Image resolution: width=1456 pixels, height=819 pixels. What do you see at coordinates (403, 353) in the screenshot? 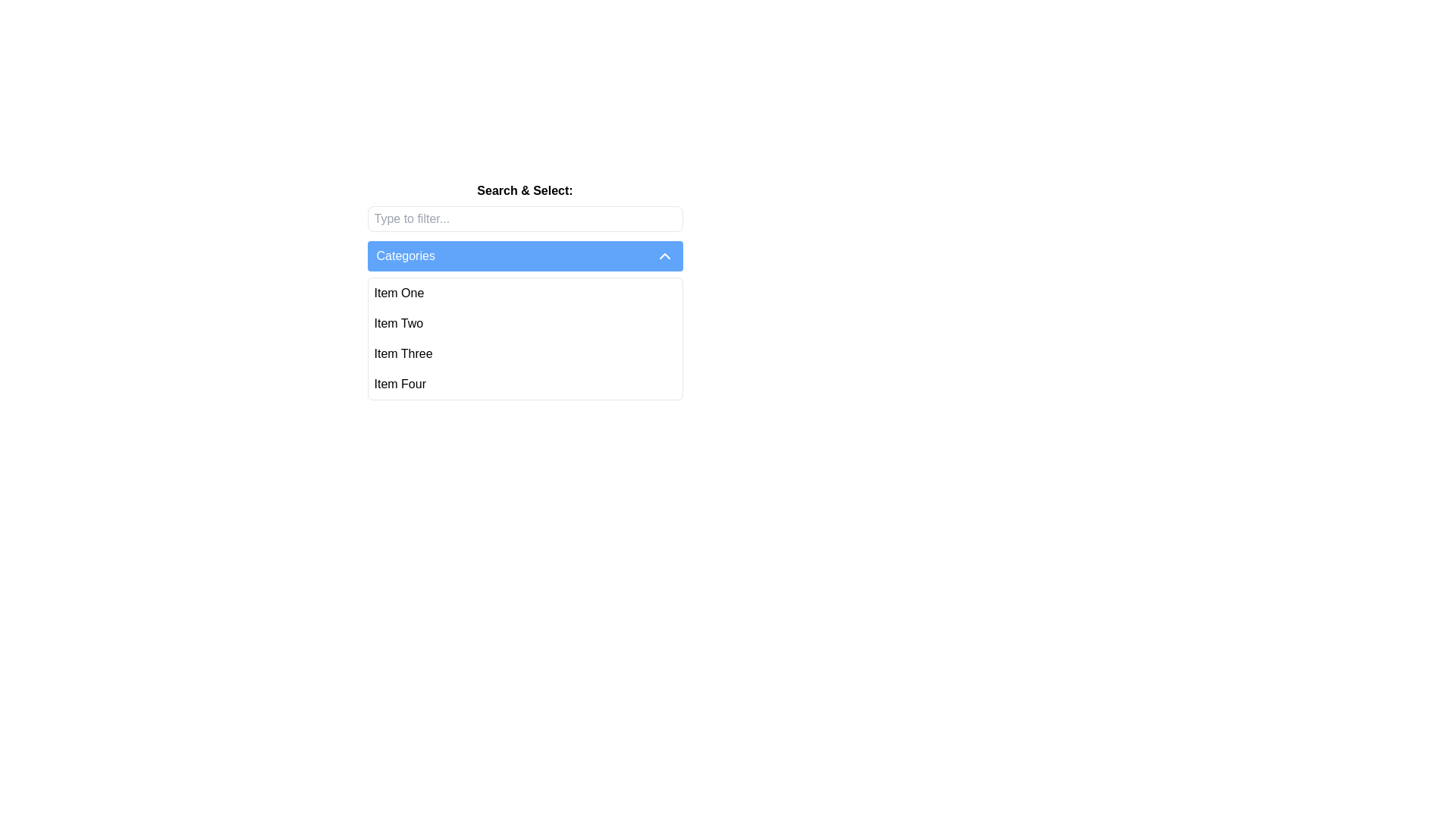
I see `the Text Label that identifies an item in the dropdown menu, located in the third position below the 'Categories' header, between 'Item Two' and 'Item Four'` at bounding box center [403, 353].